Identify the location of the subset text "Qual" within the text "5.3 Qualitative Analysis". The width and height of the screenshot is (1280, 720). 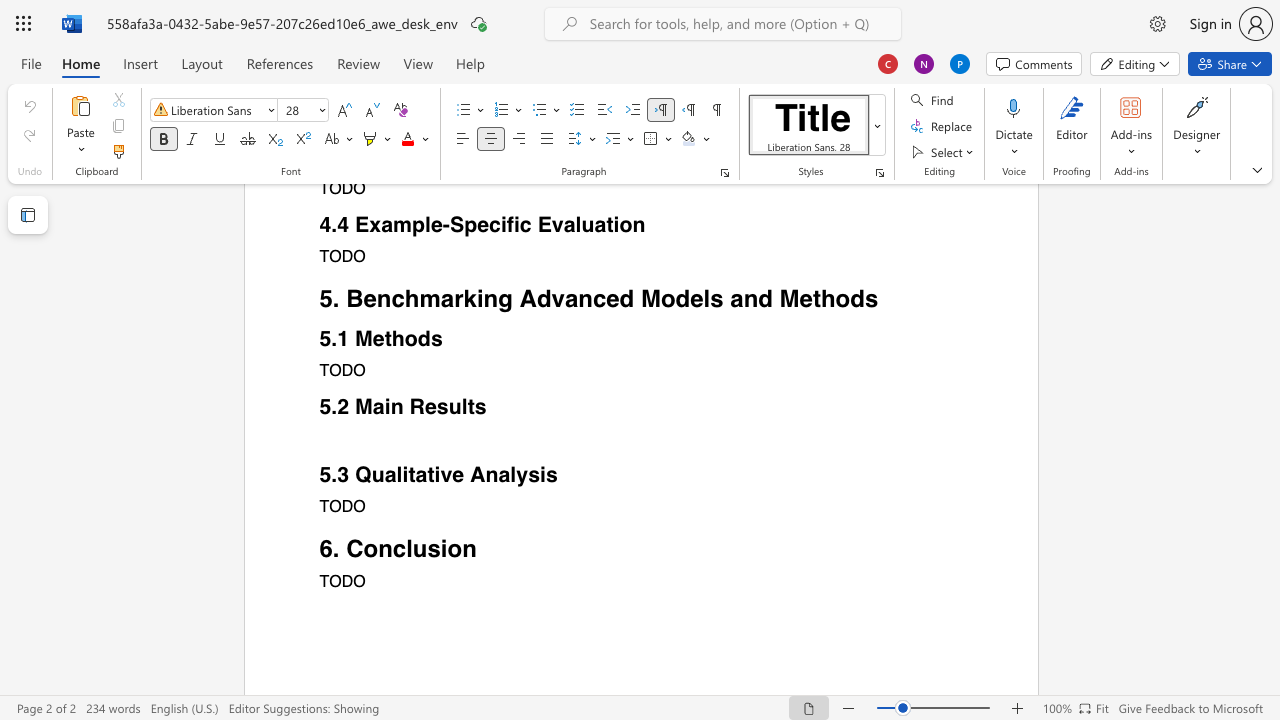
(355, 475).